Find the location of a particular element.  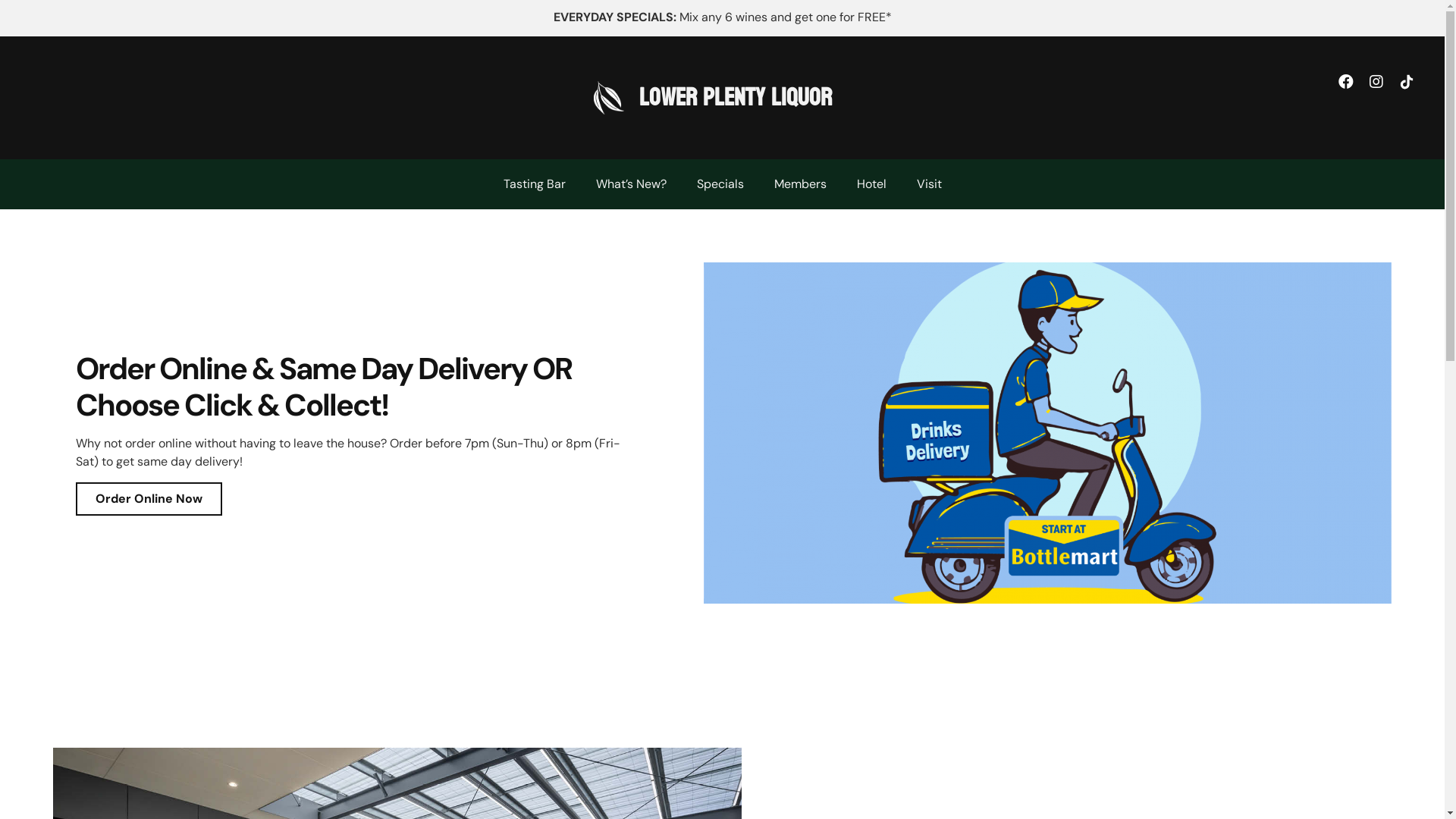

'Hotel' is located at coordinates (871, 184).